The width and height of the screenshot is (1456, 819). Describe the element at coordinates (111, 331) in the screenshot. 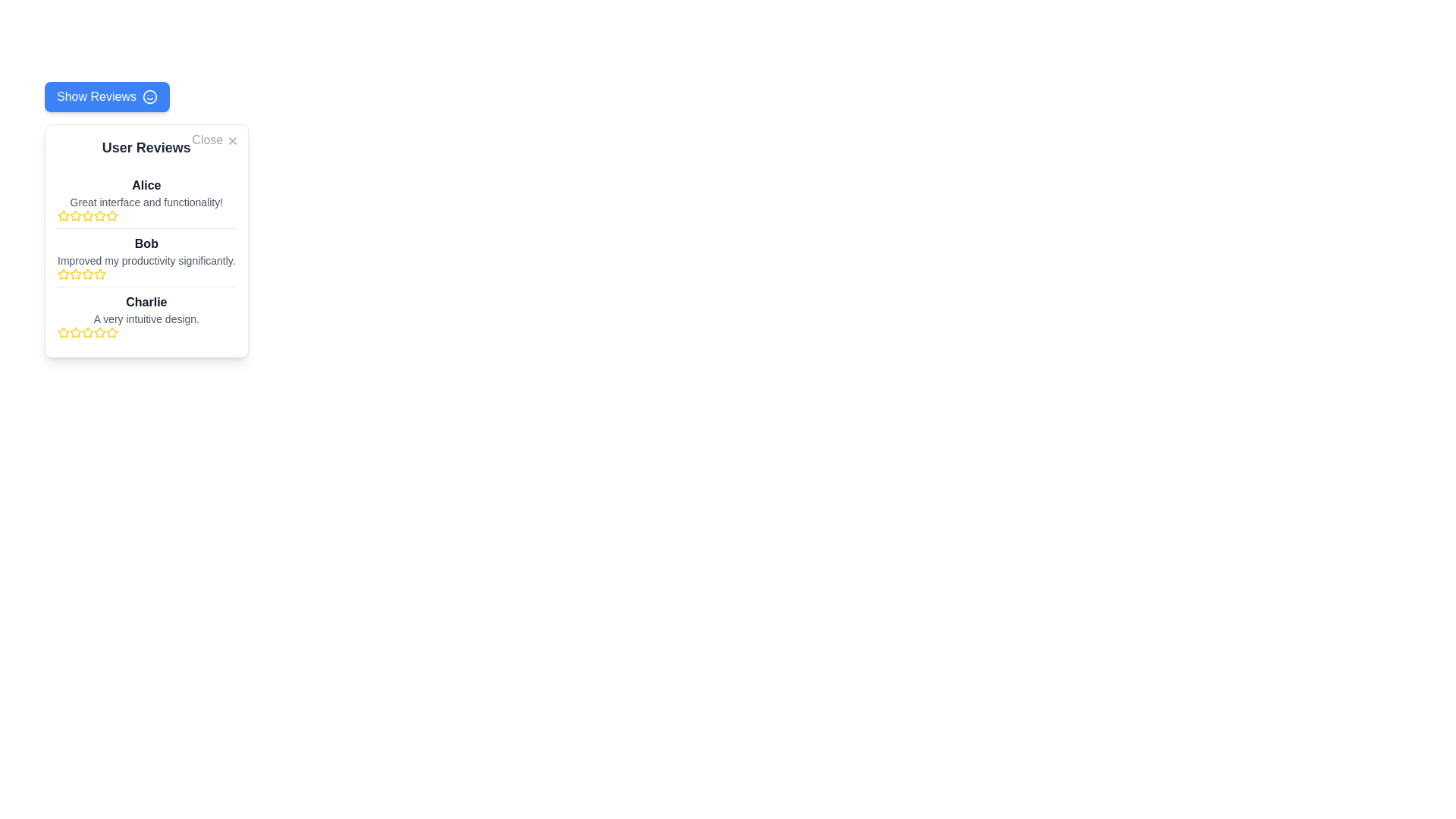

I see `the fifth star in the row of rating indicators under the review by 'Charlie'` at that location.